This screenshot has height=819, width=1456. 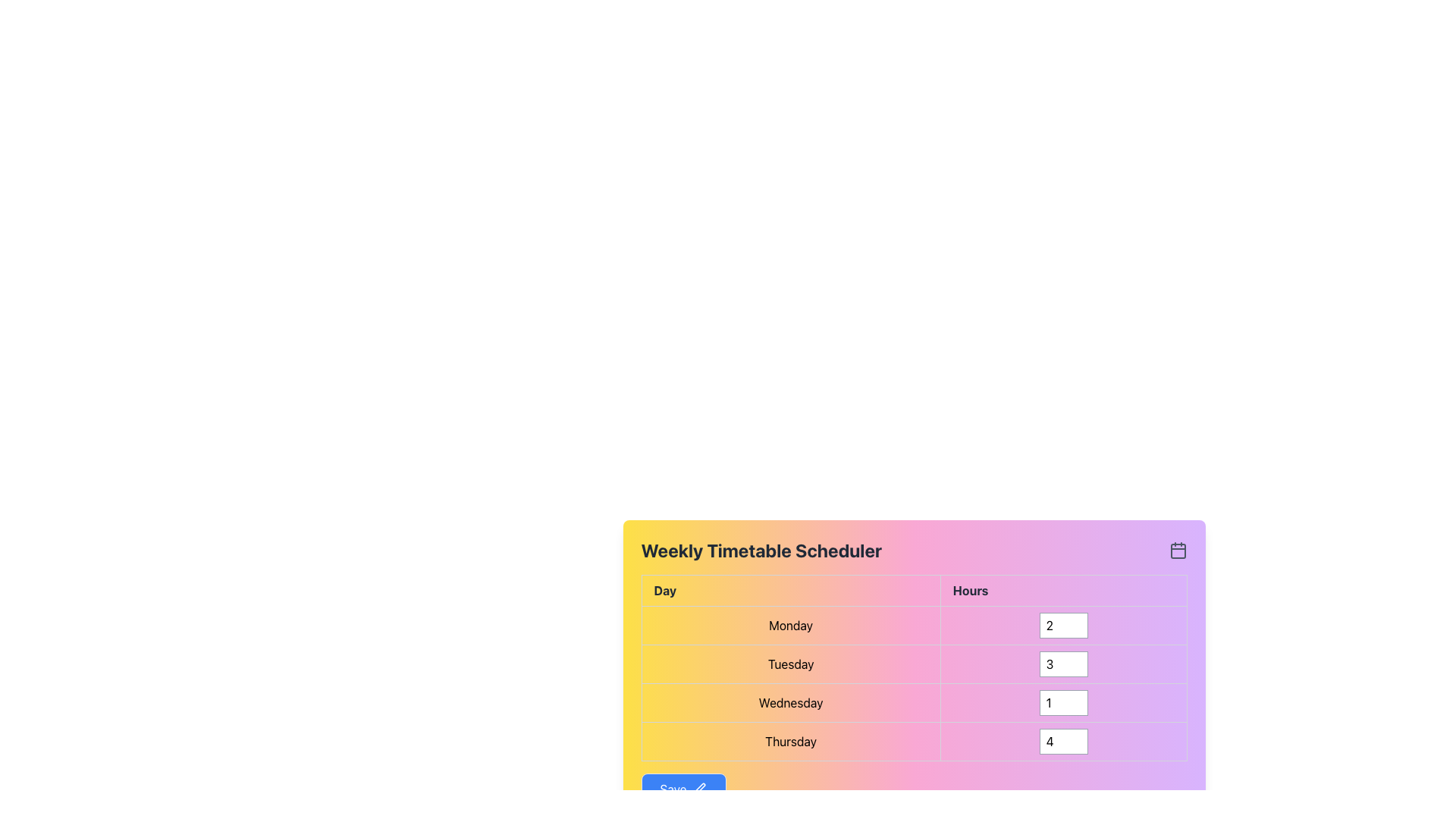 What do you see at coordinates (1177, 550) in the screenshot?
I see `the calendar icon located in the top-right corner of the 'Weekly Timetable Scheduler' section, which features a rectangular outline with a grid-like body` at bounding box center [1177, 550].